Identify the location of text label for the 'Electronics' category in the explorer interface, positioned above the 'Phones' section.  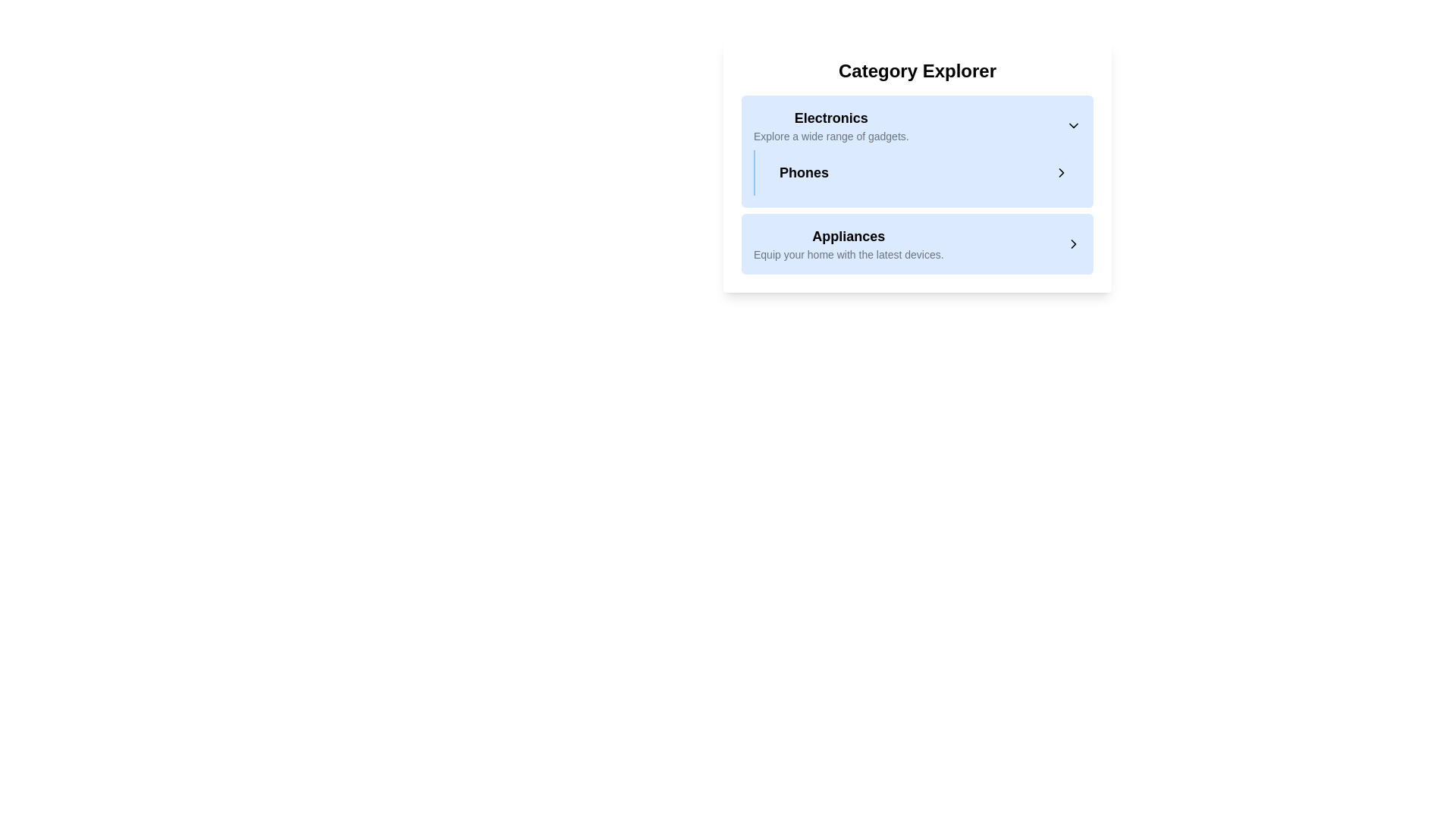
(830, 124).